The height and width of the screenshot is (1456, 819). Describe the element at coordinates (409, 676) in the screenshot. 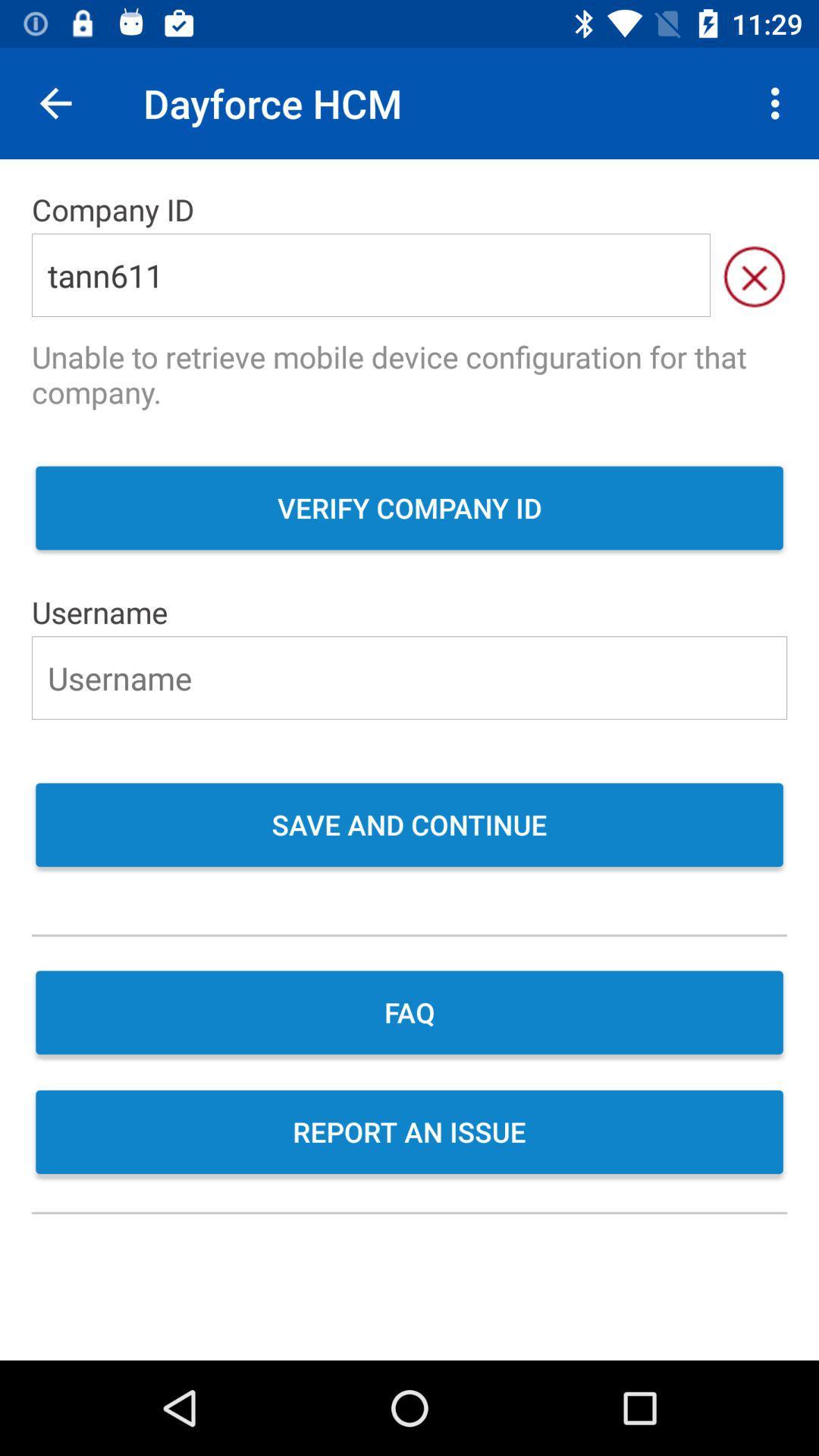

I see `type username` at that location.